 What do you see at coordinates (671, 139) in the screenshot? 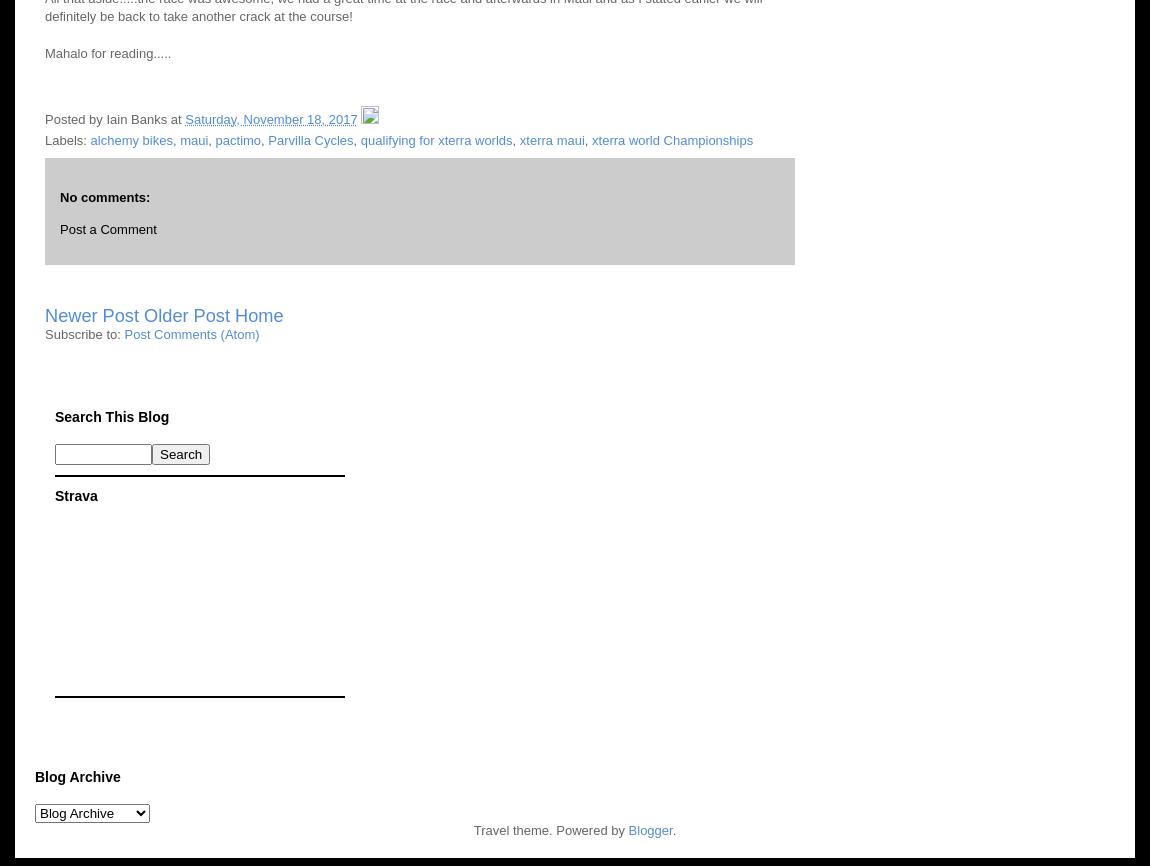
I see `'xterra world Championships'` at bounding box center [671, 139].